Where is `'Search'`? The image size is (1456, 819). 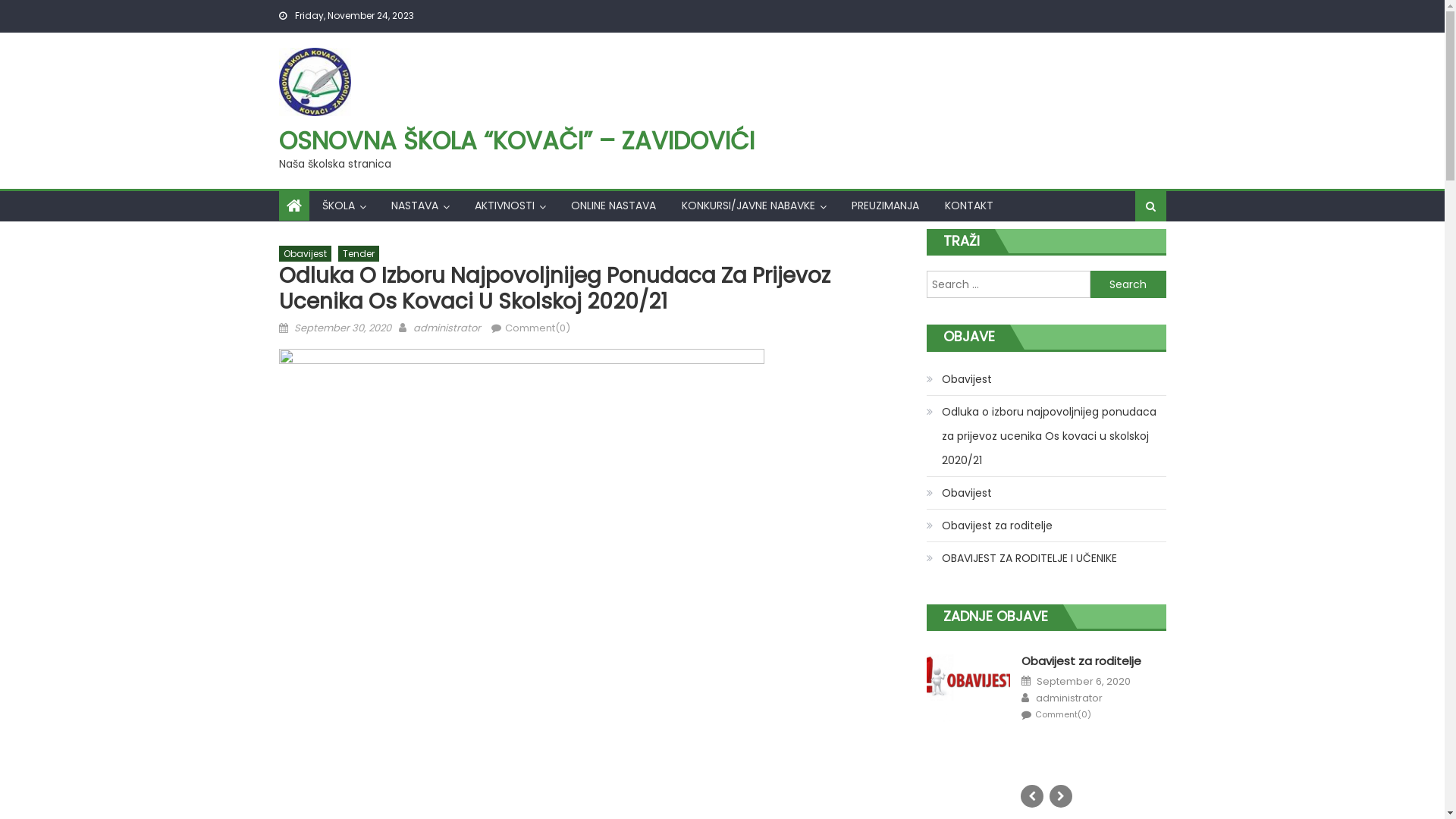 'Search' is located at coordinates (1128, 253).